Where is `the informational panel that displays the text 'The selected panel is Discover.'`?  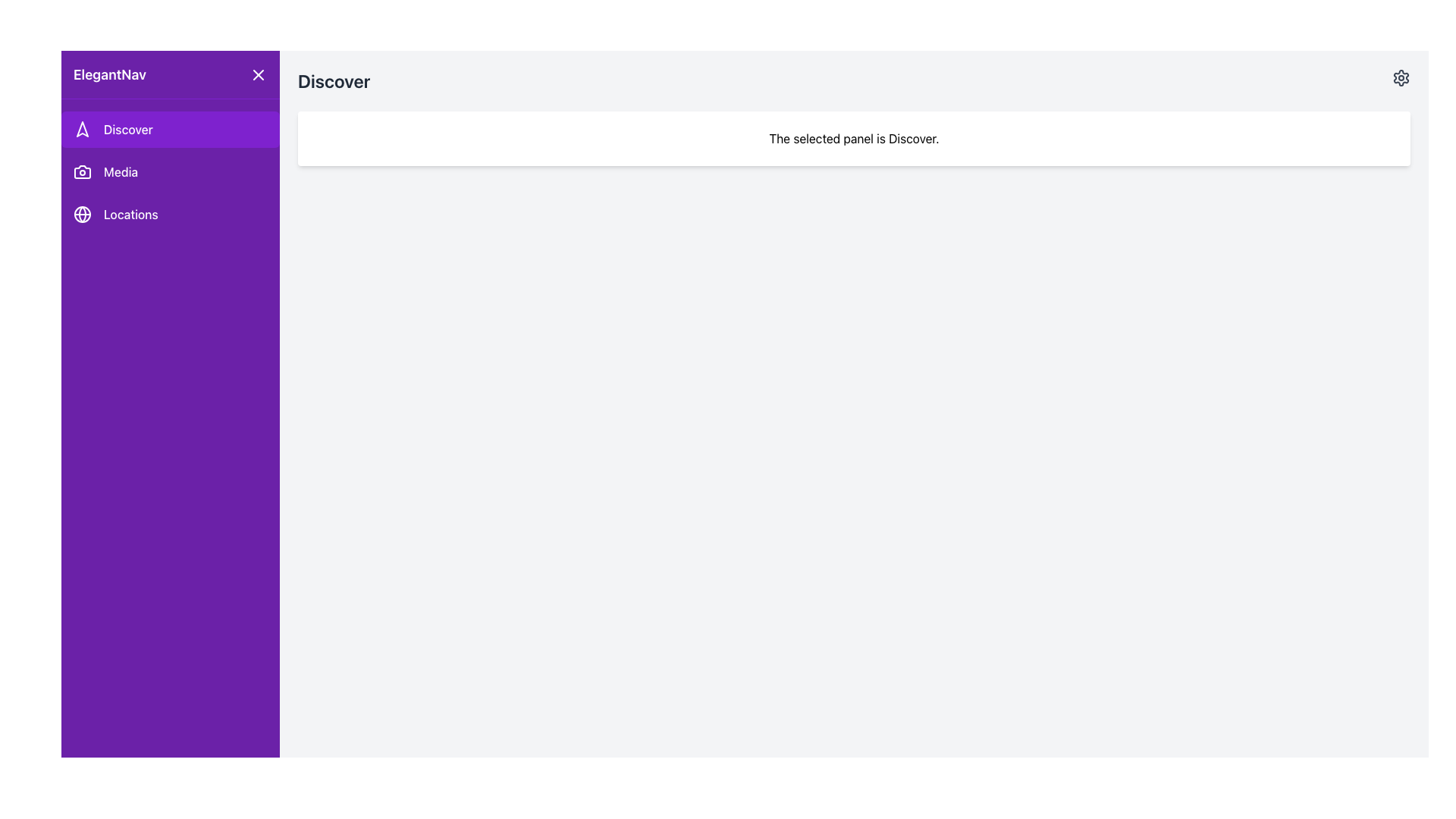 the informational panel that displays the text 'The selected panel is Discover.' is located at coordinates (854, 138).